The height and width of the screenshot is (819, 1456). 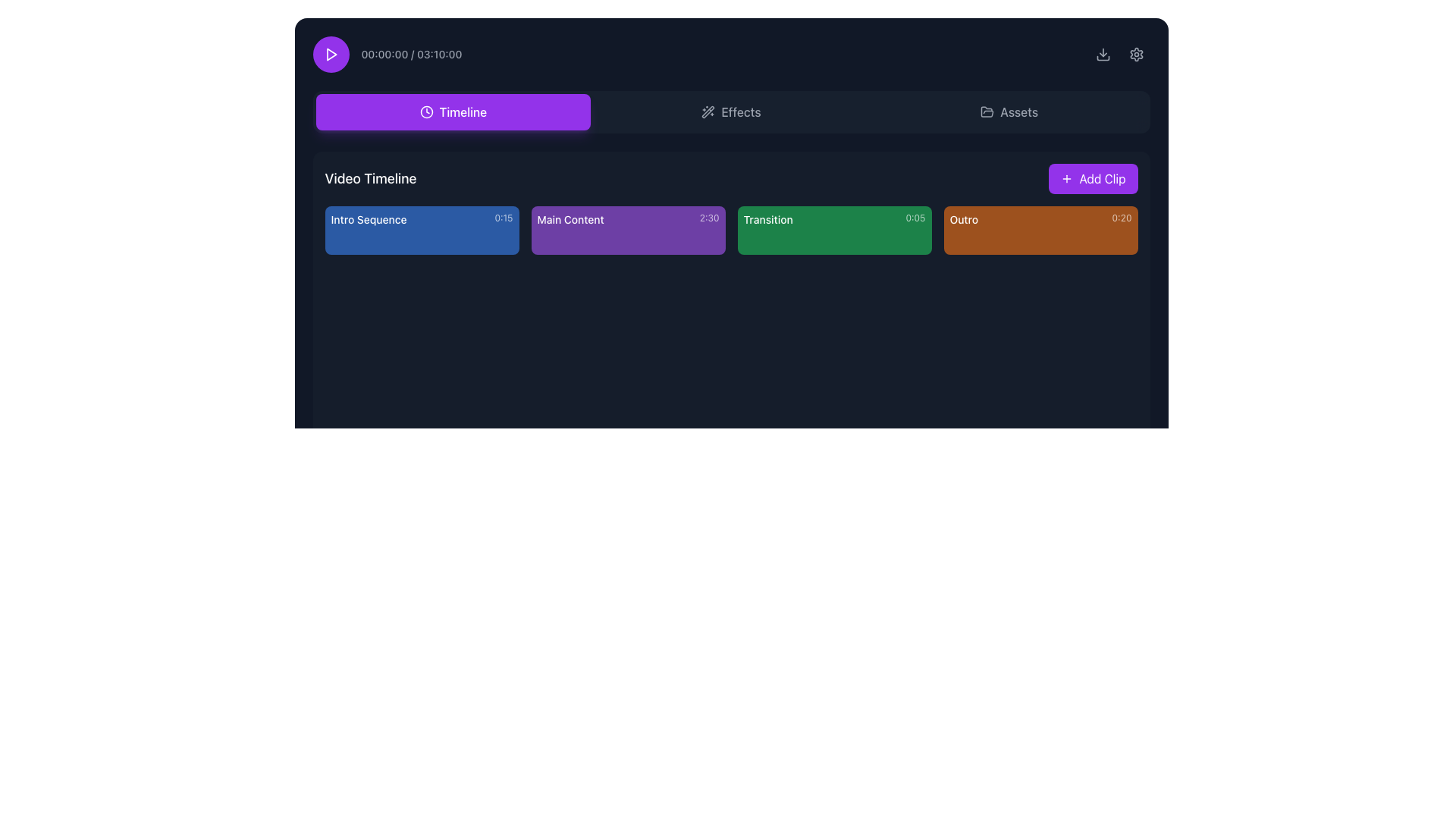 I want to click on the static text label displaying '00:00:00 / 03:10:00', which is styled with a smaller font size, medium weight, and light gray color, located in the upper section of the interface, adjacent to the circular play button, so click(x=411, y=54).